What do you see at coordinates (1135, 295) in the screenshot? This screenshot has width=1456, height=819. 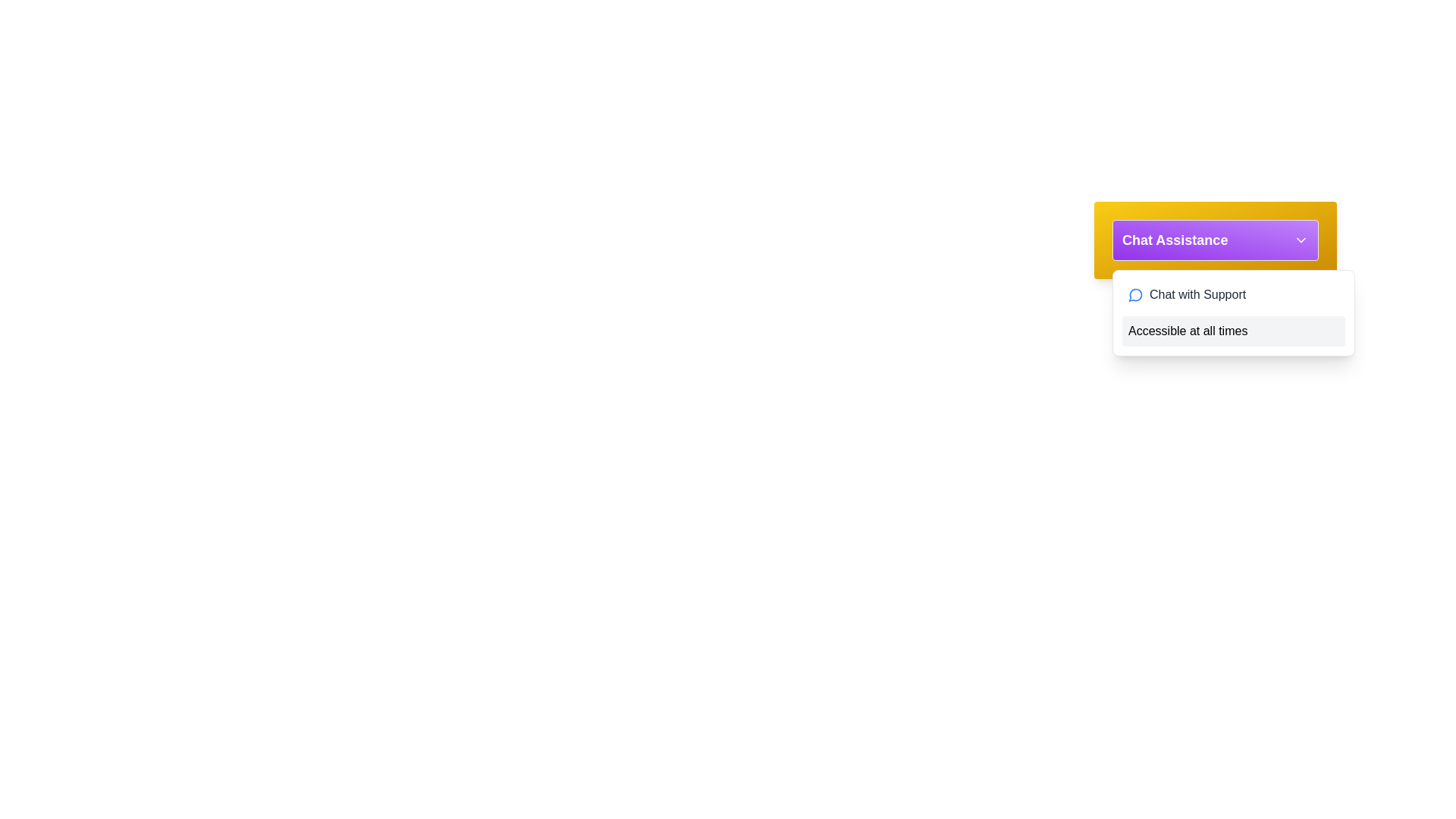 I see `the circular blue icon with a speech-bubble-like outline, located to the left of the 'Chat with Support' label, to initiate chat or perform a related action` at bounding box center [1135, 295].